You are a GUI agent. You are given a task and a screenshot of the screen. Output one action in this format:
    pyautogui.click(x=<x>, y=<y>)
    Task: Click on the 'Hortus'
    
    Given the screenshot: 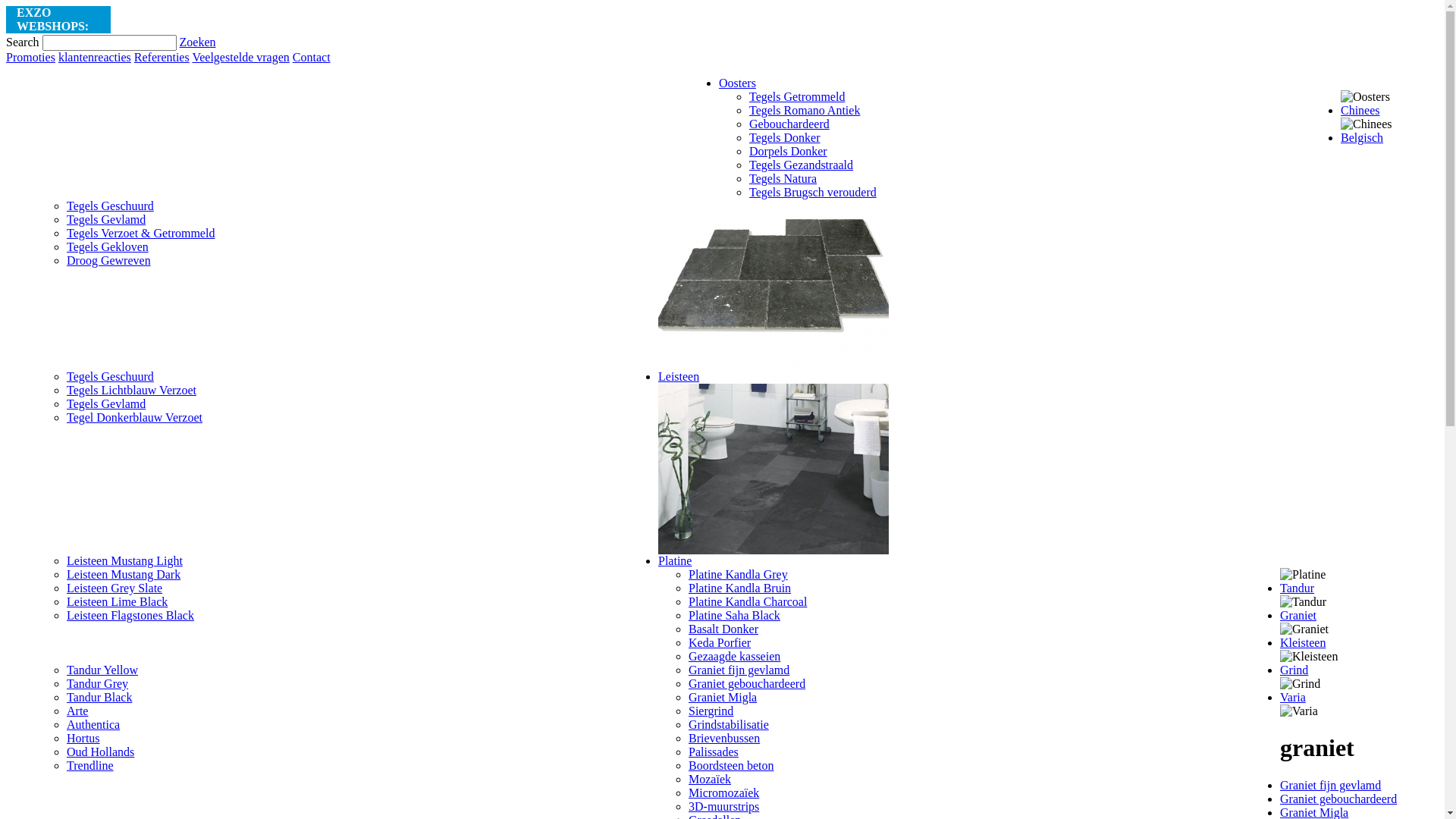 What is the action you would take?
    pyautogui.click(x=83, y=737)
    